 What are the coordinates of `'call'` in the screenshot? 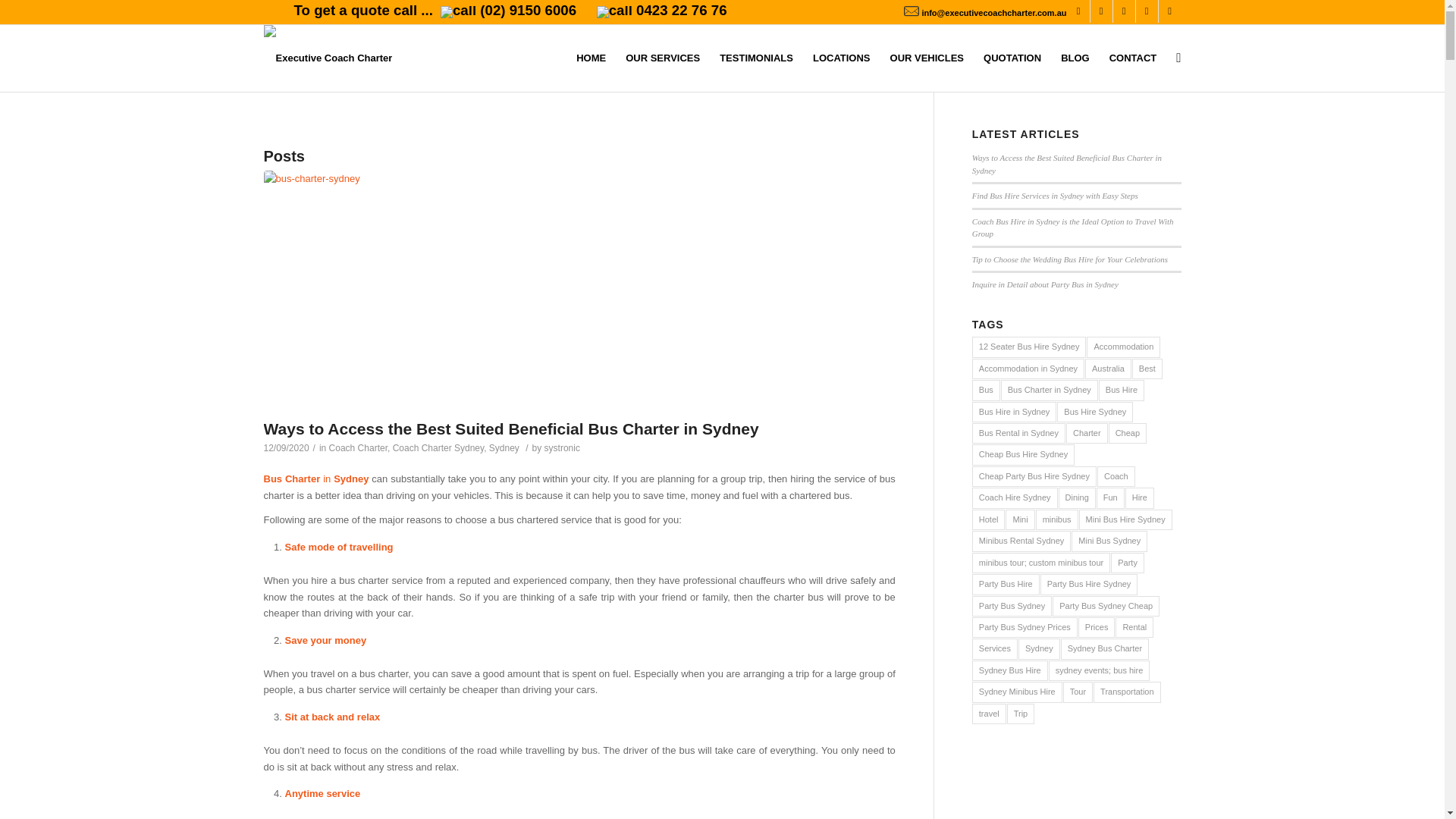 It's located at (457, 11).